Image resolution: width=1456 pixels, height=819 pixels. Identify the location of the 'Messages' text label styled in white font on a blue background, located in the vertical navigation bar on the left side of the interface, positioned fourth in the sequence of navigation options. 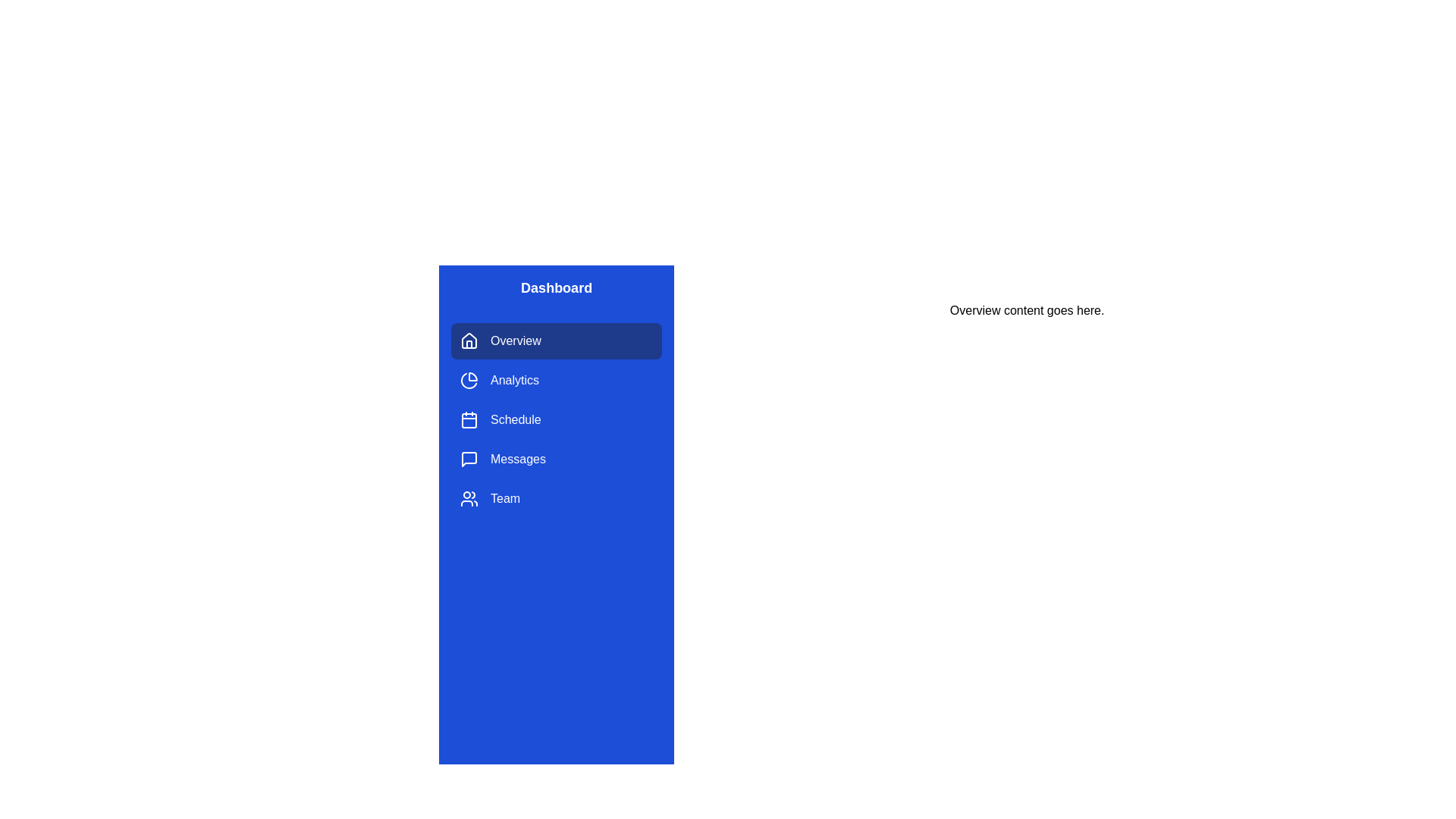
(518, 458).